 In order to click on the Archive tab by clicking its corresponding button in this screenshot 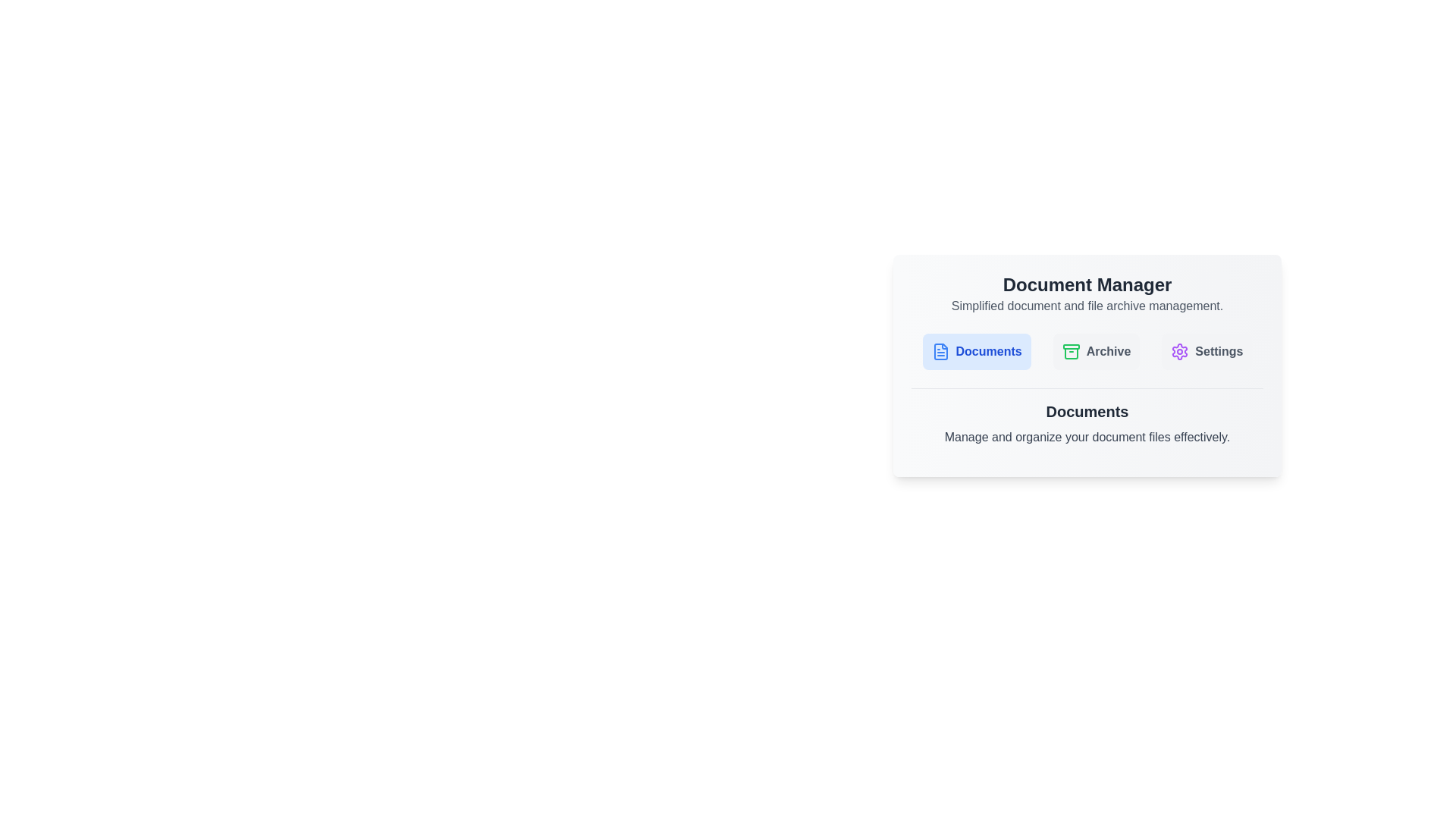, I will do `click(1096, 351)`.